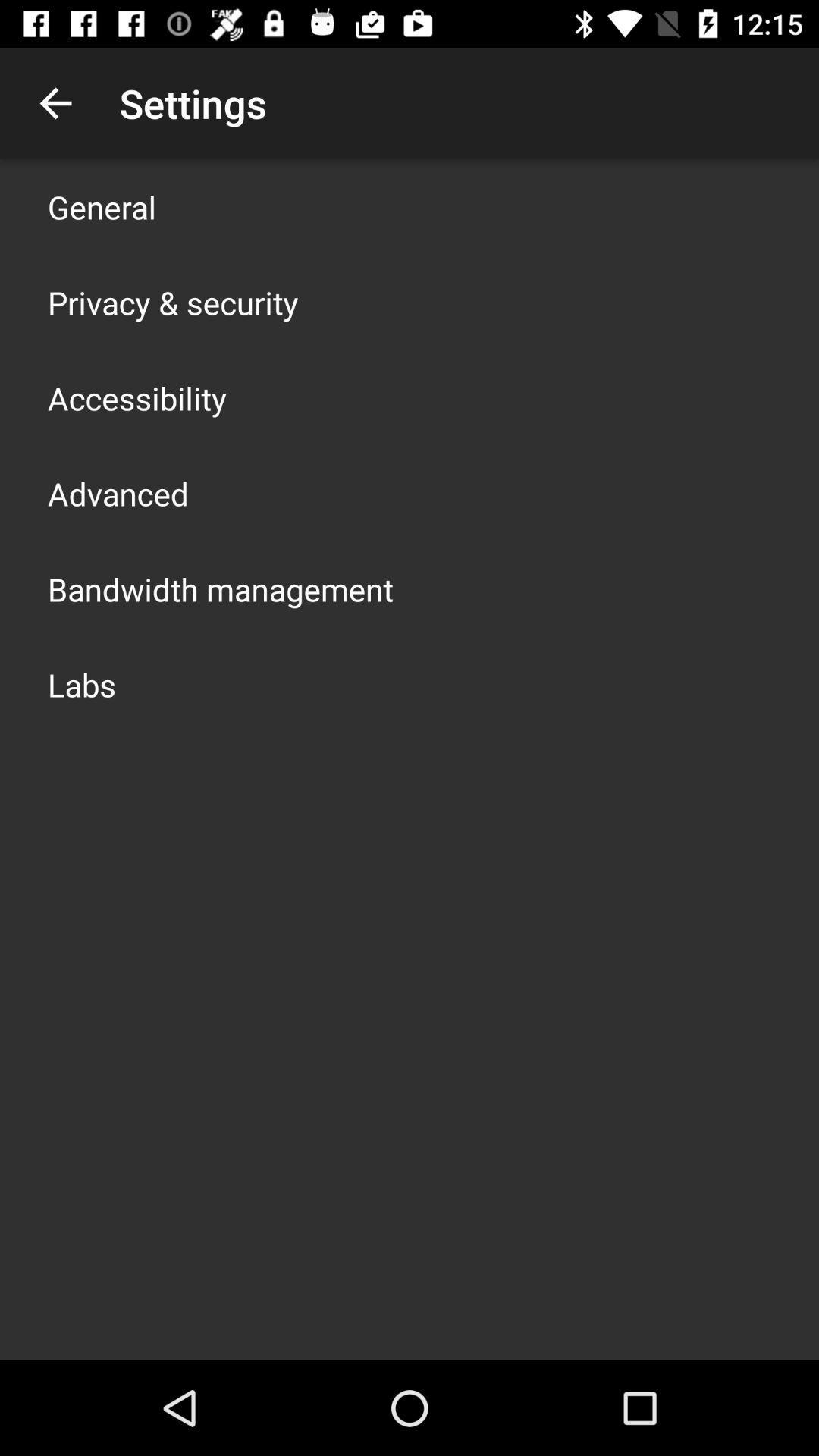 The image size is (819, 1456). Describe the element at coordinates (82, 683) in the screenshot. I see `the labs item` at that location.